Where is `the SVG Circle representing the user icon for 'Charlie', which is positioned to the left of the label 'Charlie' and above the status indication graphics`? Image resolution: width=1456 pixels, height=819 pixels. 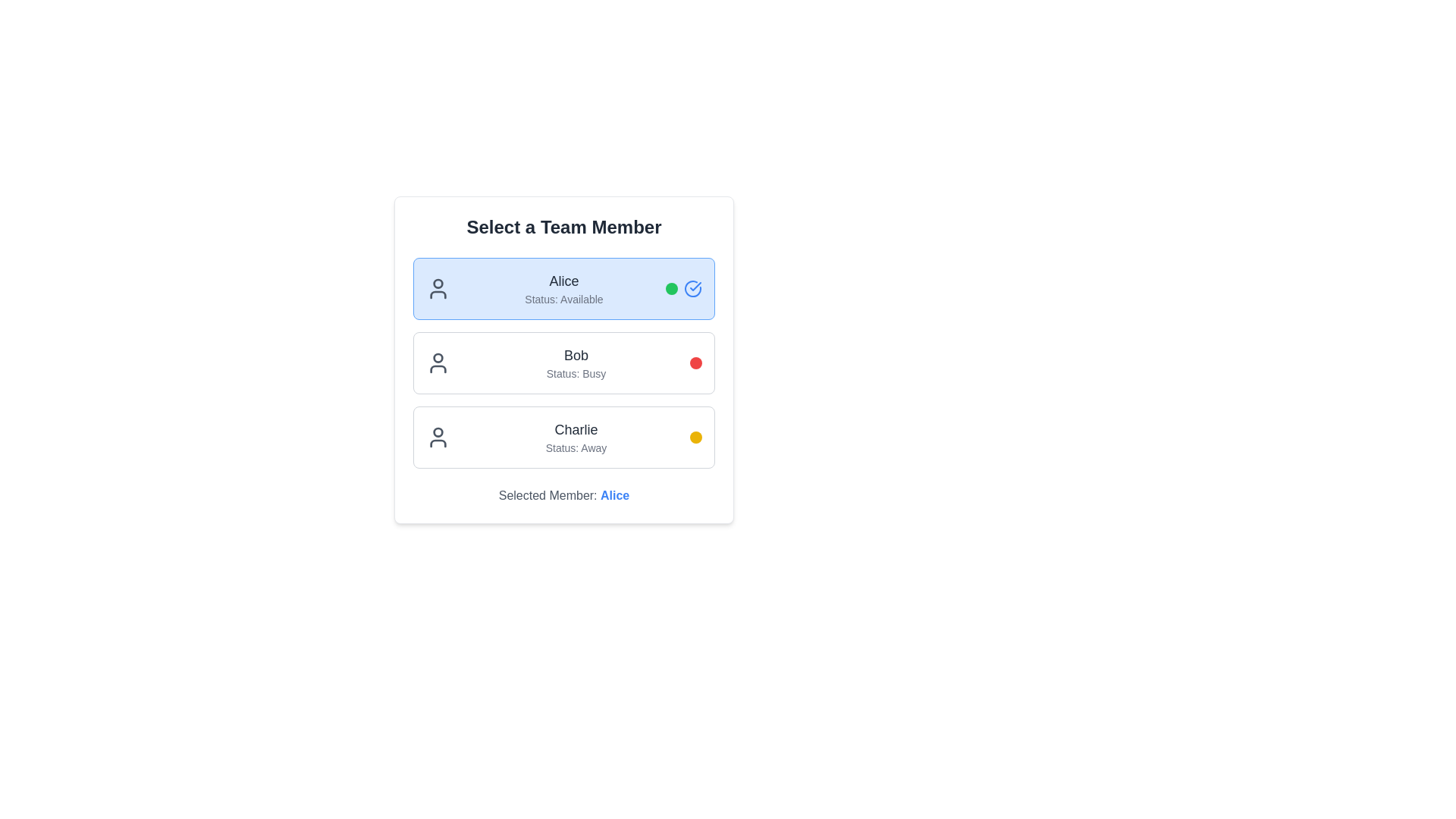
the SVG Circle representing the user icon for 'Charlie', which is positioned to the left of the label 'Charlie' and above the status indication graphics is located at coordinates (437, 432).